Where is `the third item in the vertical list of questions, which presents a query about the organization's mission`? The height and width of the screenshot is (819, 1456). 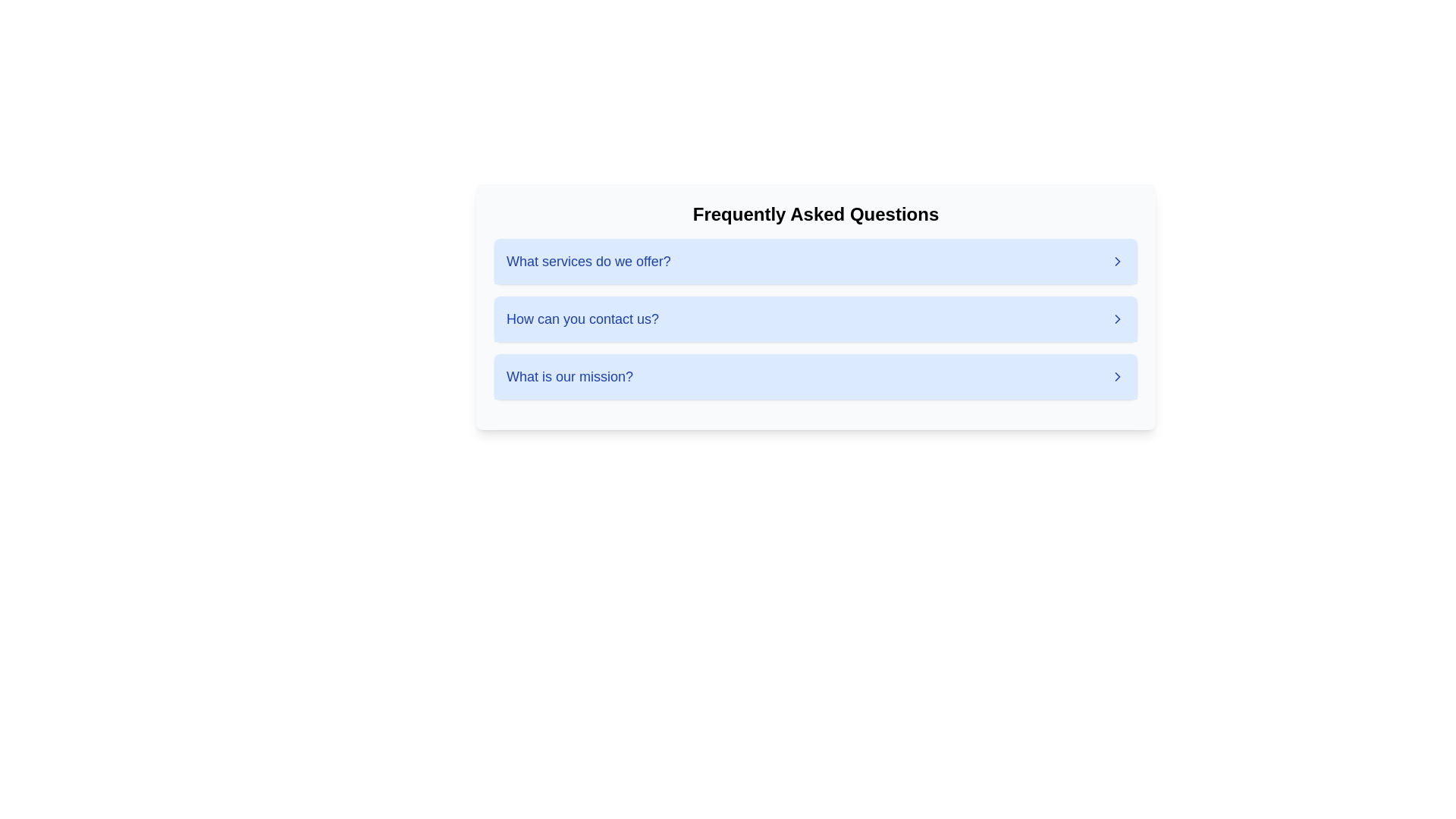 the third item in the vertical list of questions, which presents a query about the organization's mission is located at coordinates (814, 376).